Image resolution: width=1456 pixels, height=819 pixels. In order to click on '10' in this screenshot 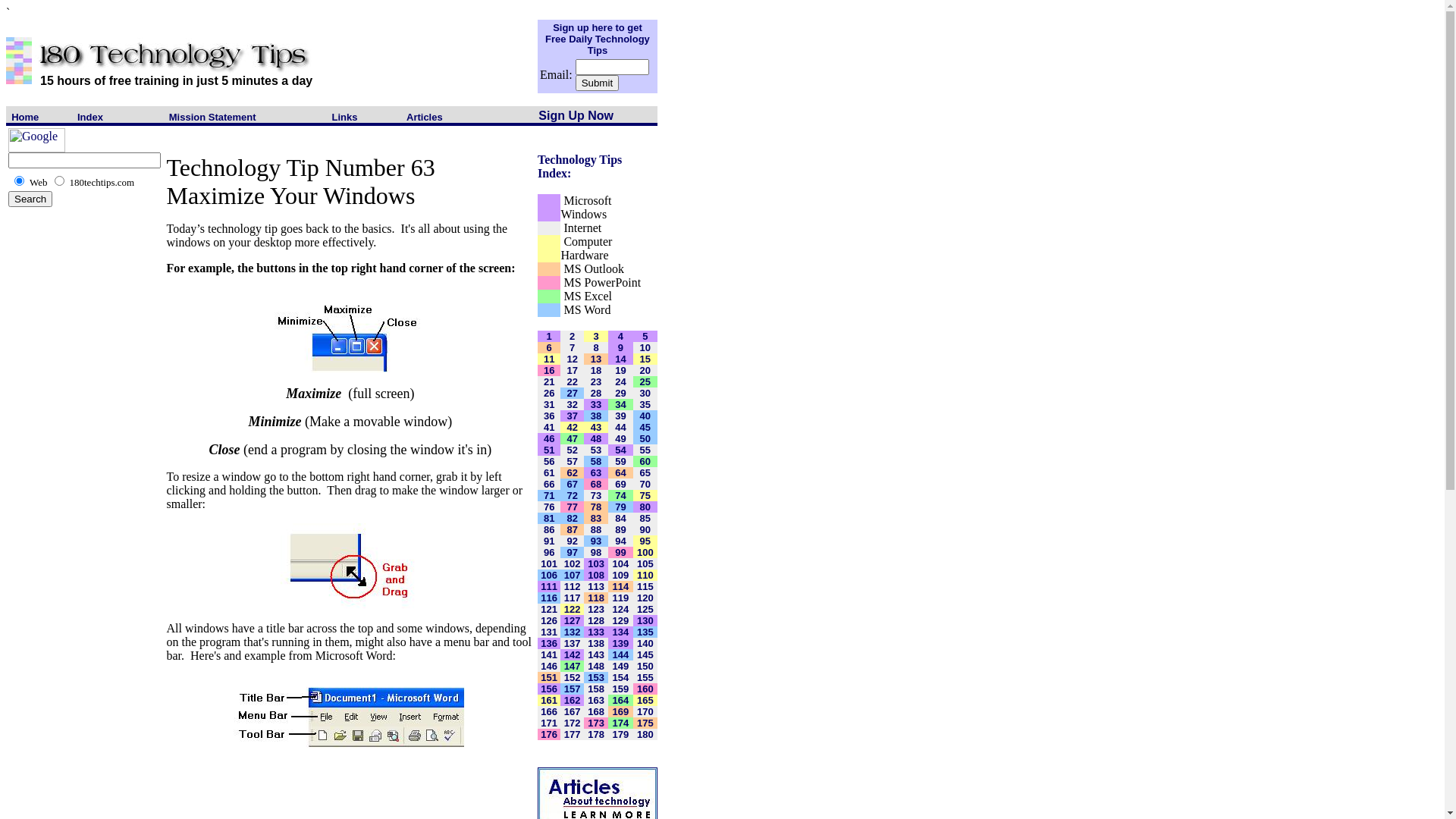, I will do `click(645, 347)`.